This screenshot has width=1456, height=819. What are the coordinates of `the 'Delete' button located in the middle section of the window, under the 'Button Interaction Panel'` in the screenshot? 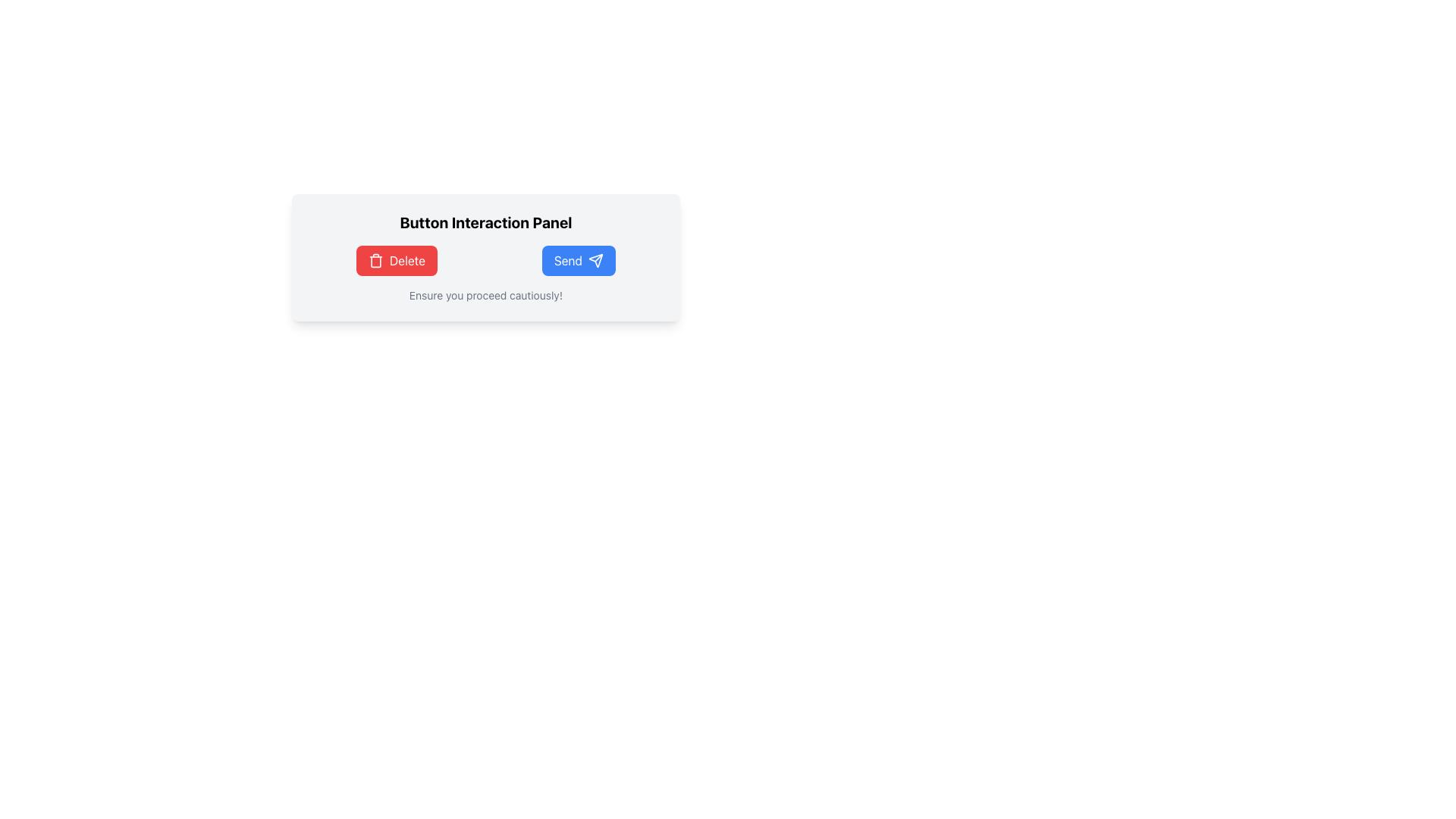 It's located at (397, 259).